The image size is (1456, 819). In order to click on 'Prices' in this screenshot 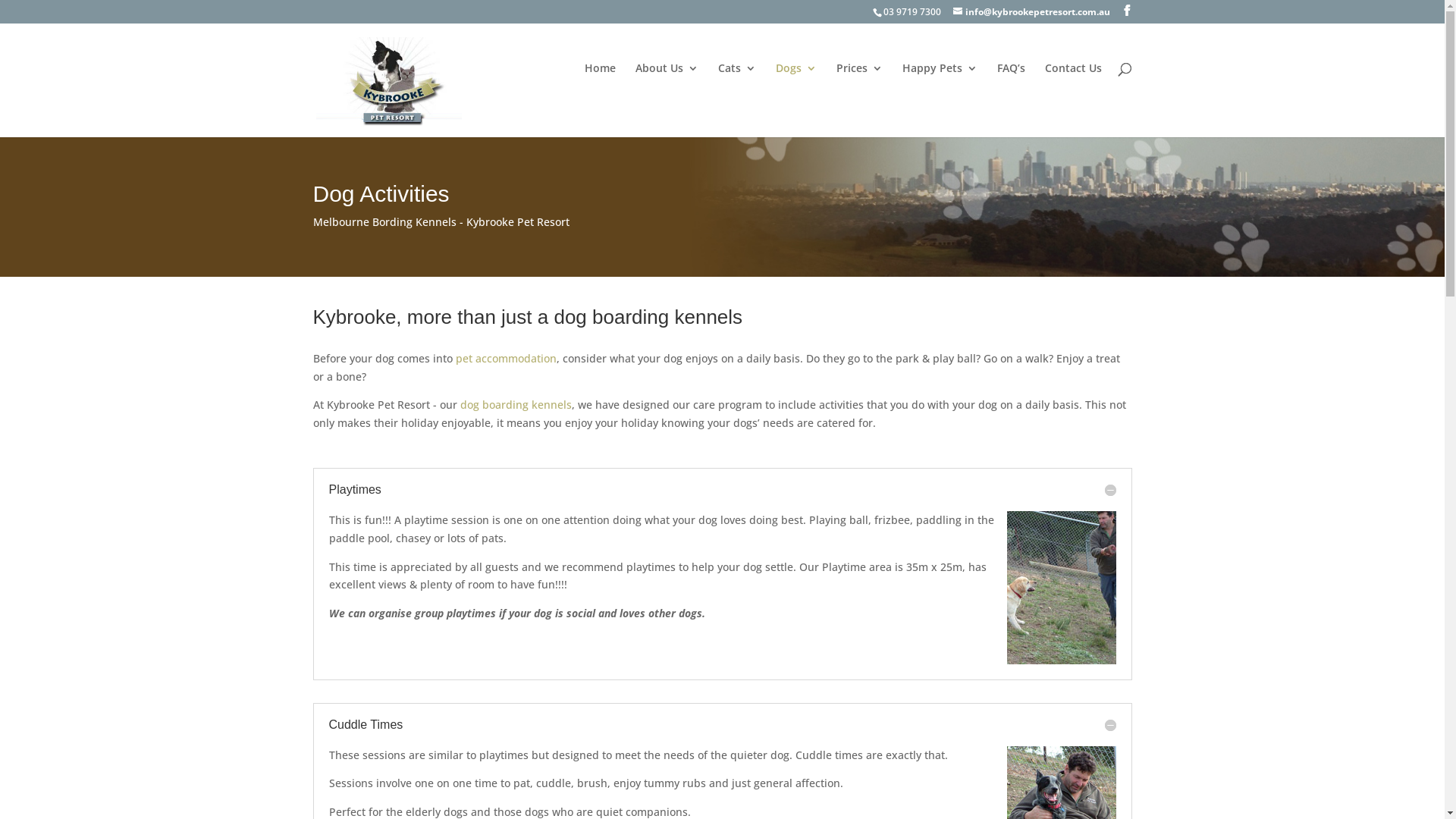, I will do `click(858, 87)`.